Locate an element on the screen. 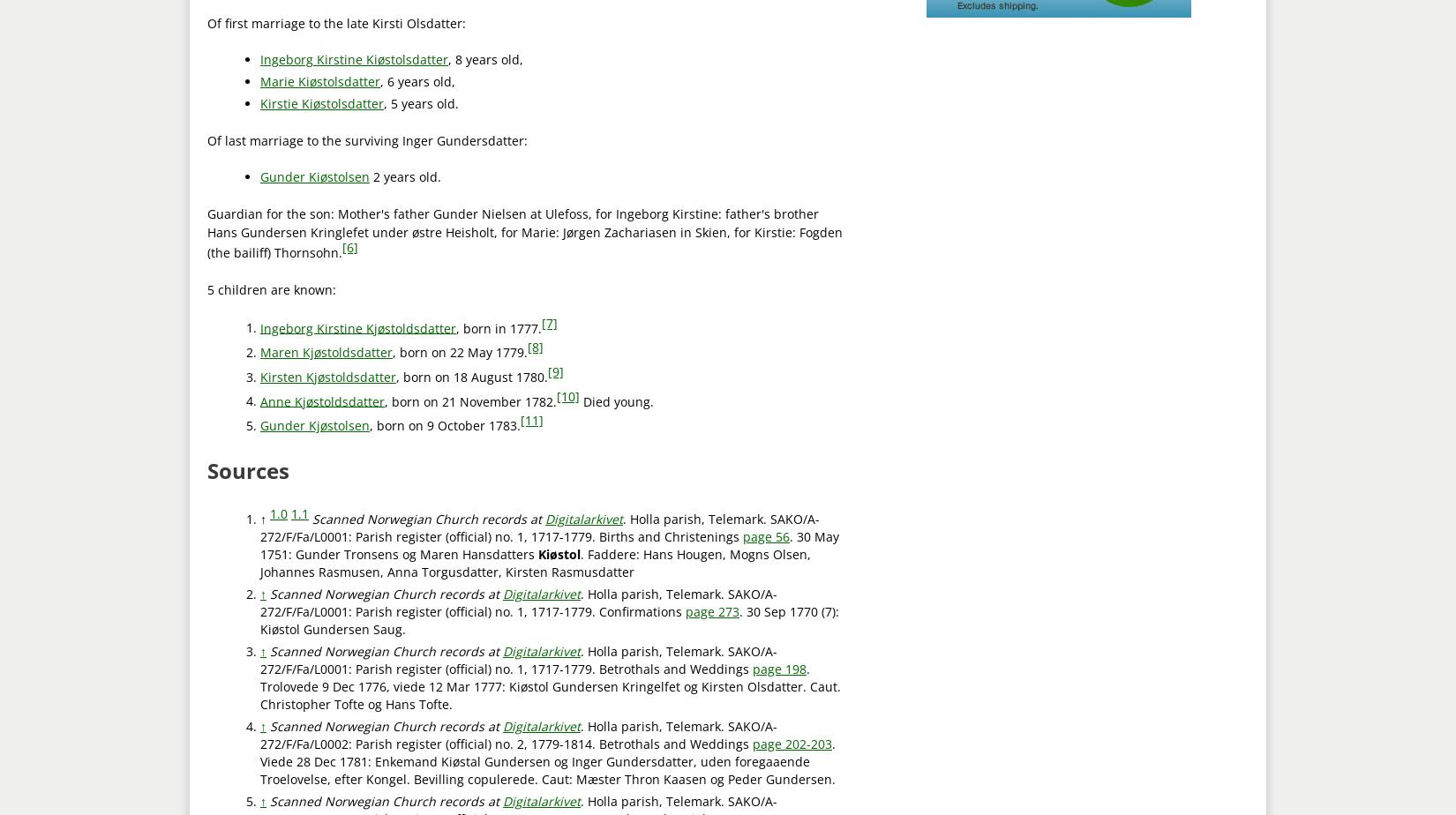 This screenshot has width=1456, height=815. 'Gunder Kjøstolsen' is located at coordinates (315, 425).